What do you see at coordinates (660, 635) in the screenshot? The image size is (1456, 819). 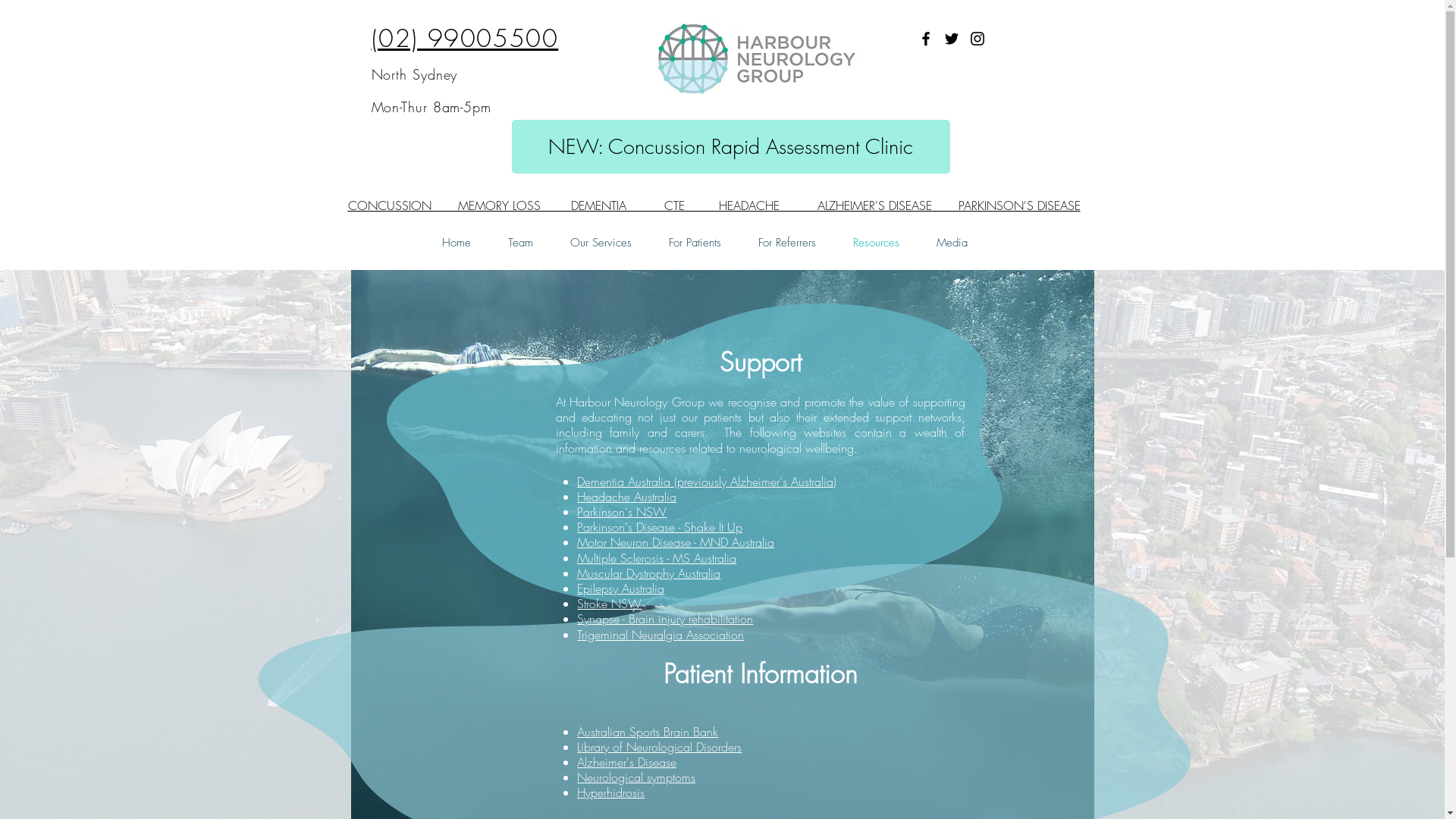 I see `'Trigeminal Neuralgia Association'` at bounding box center [660, 635].